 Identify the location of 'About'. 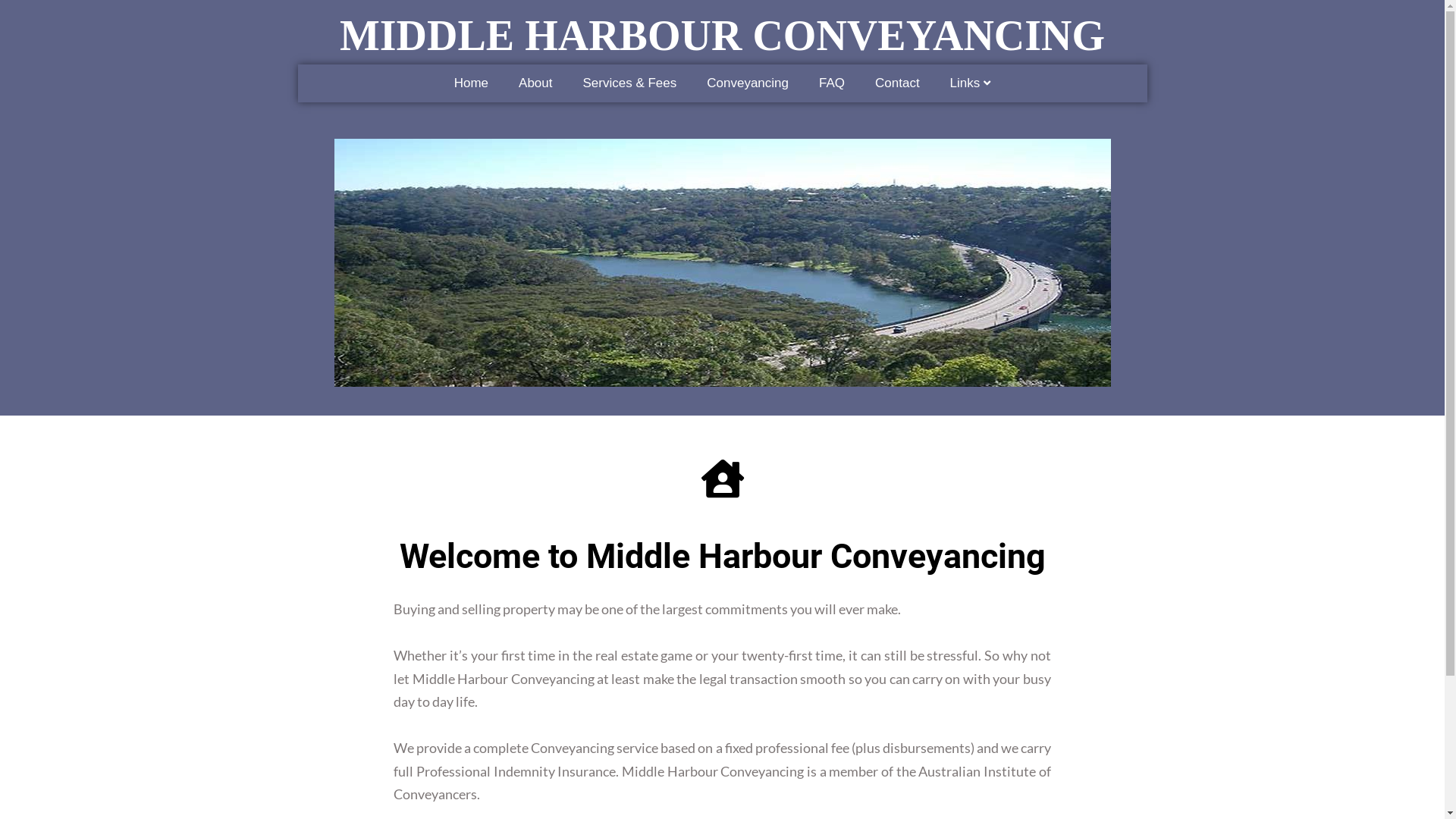
(535, 83).